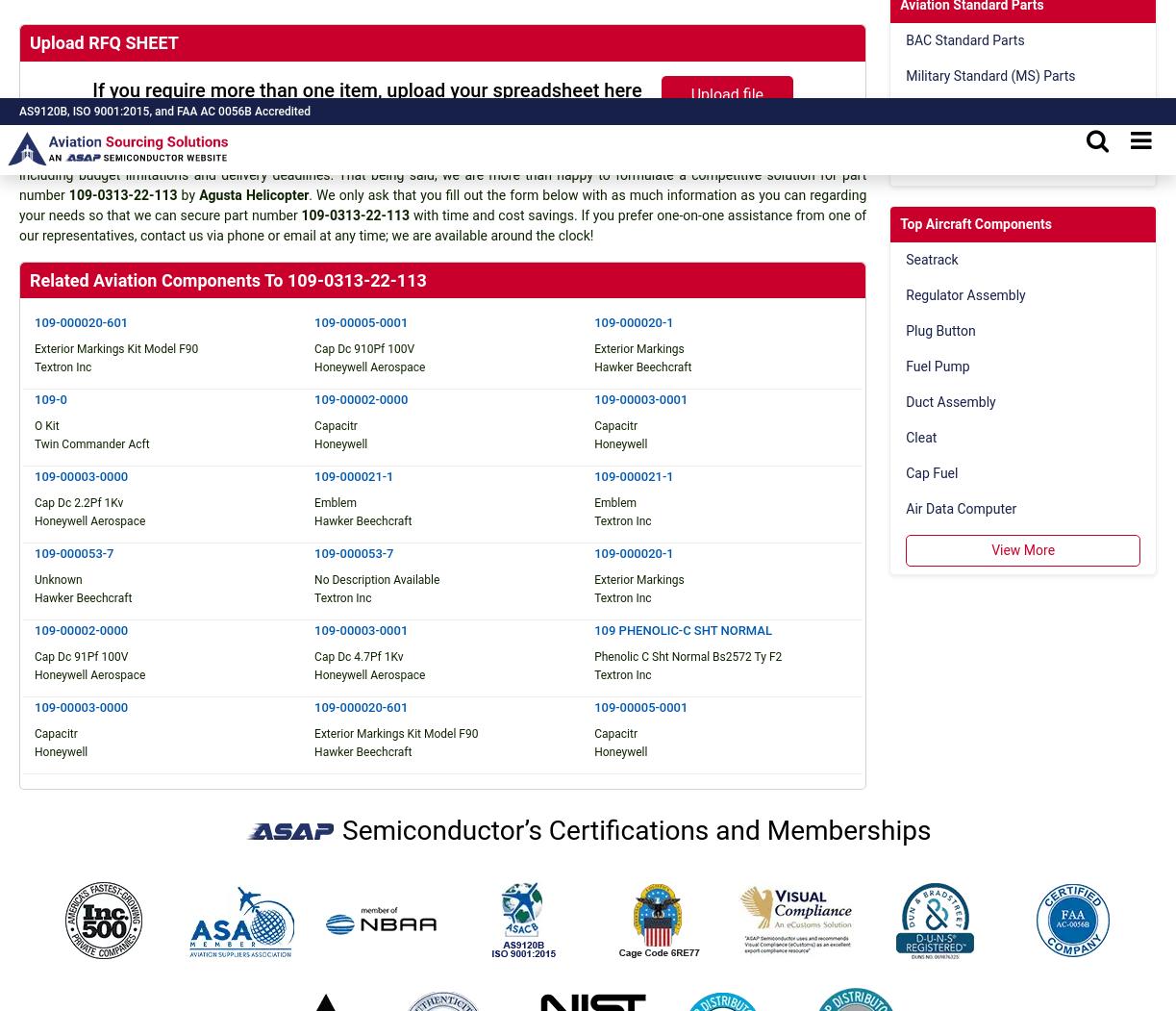 The width and height of the screenshot is (1176, 1011). I want to click on 'Cookie Policy', so click(728, 525).